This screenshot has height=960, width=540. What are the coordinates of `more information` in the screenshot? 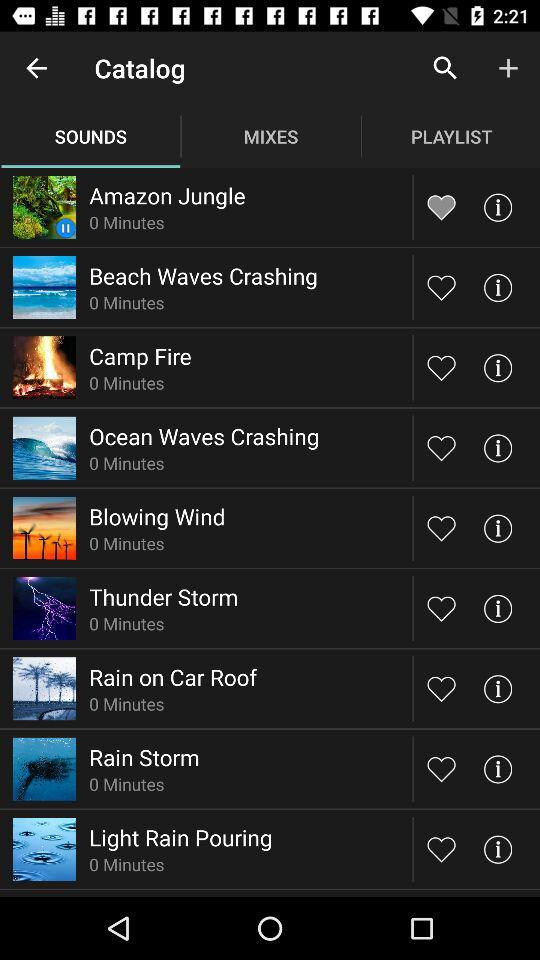 It's located at (496, 848).